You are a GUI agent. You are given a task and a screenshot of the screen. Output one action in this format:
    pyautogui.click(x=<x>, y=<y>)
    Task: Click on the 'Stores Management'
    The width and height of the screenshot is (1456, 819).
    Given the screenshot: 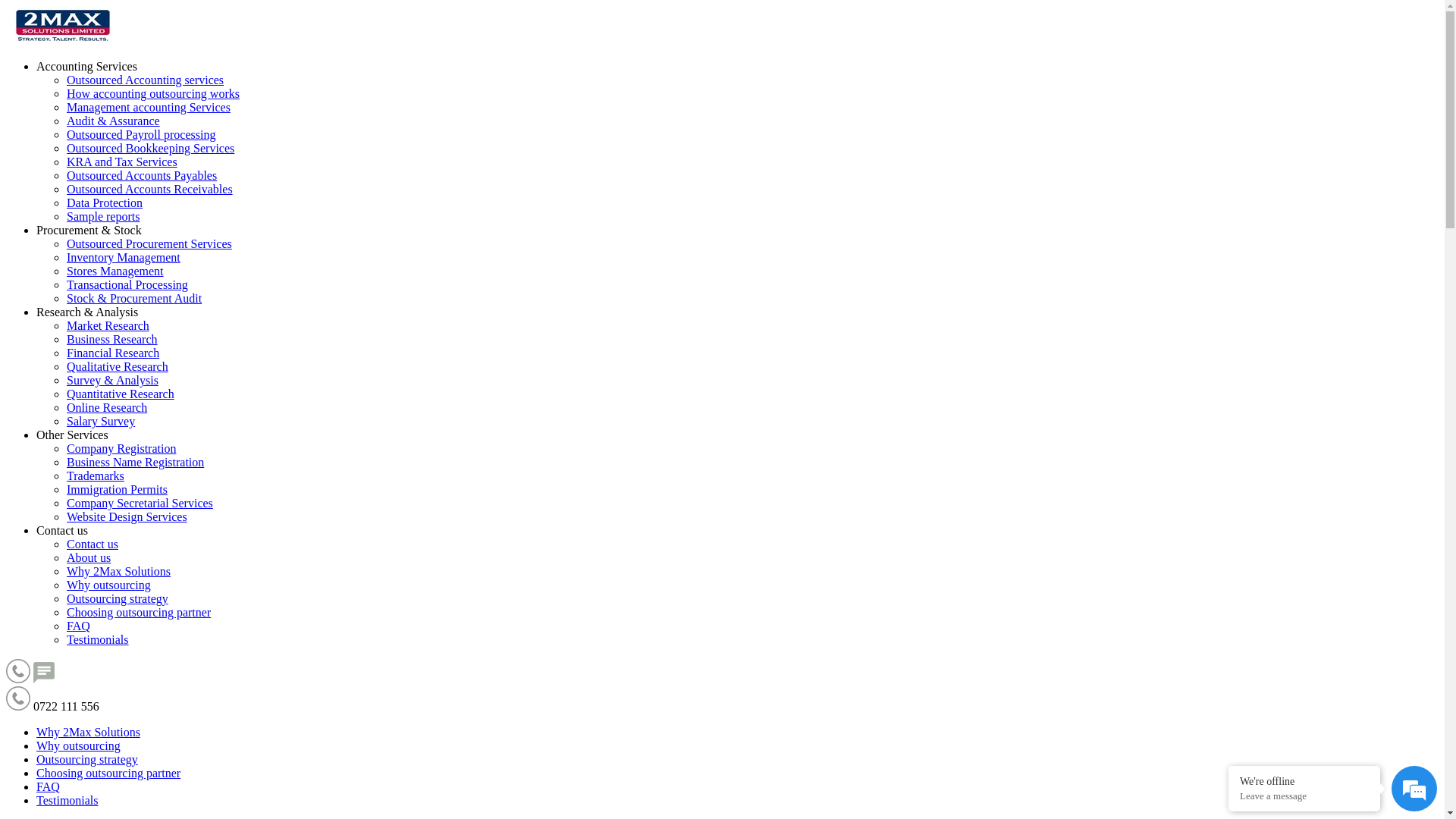 What is the action you would take?
    pyautogui.click(x=115, y=270)
    